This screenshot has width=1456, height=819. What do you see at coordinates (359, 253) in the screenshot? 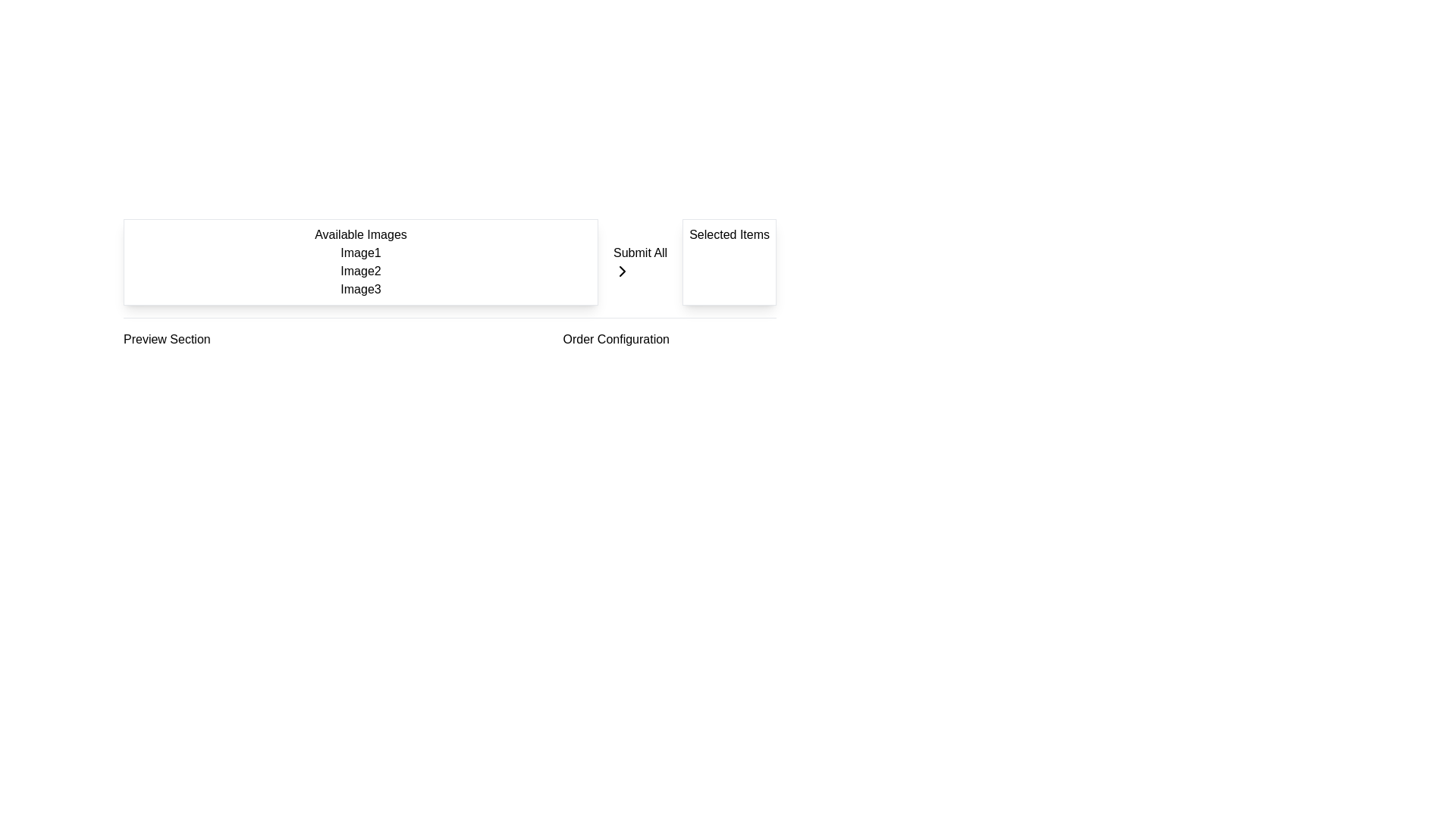
I see `the image named Image1 in the 'Available Images' list` at bounding box center [359, 253].